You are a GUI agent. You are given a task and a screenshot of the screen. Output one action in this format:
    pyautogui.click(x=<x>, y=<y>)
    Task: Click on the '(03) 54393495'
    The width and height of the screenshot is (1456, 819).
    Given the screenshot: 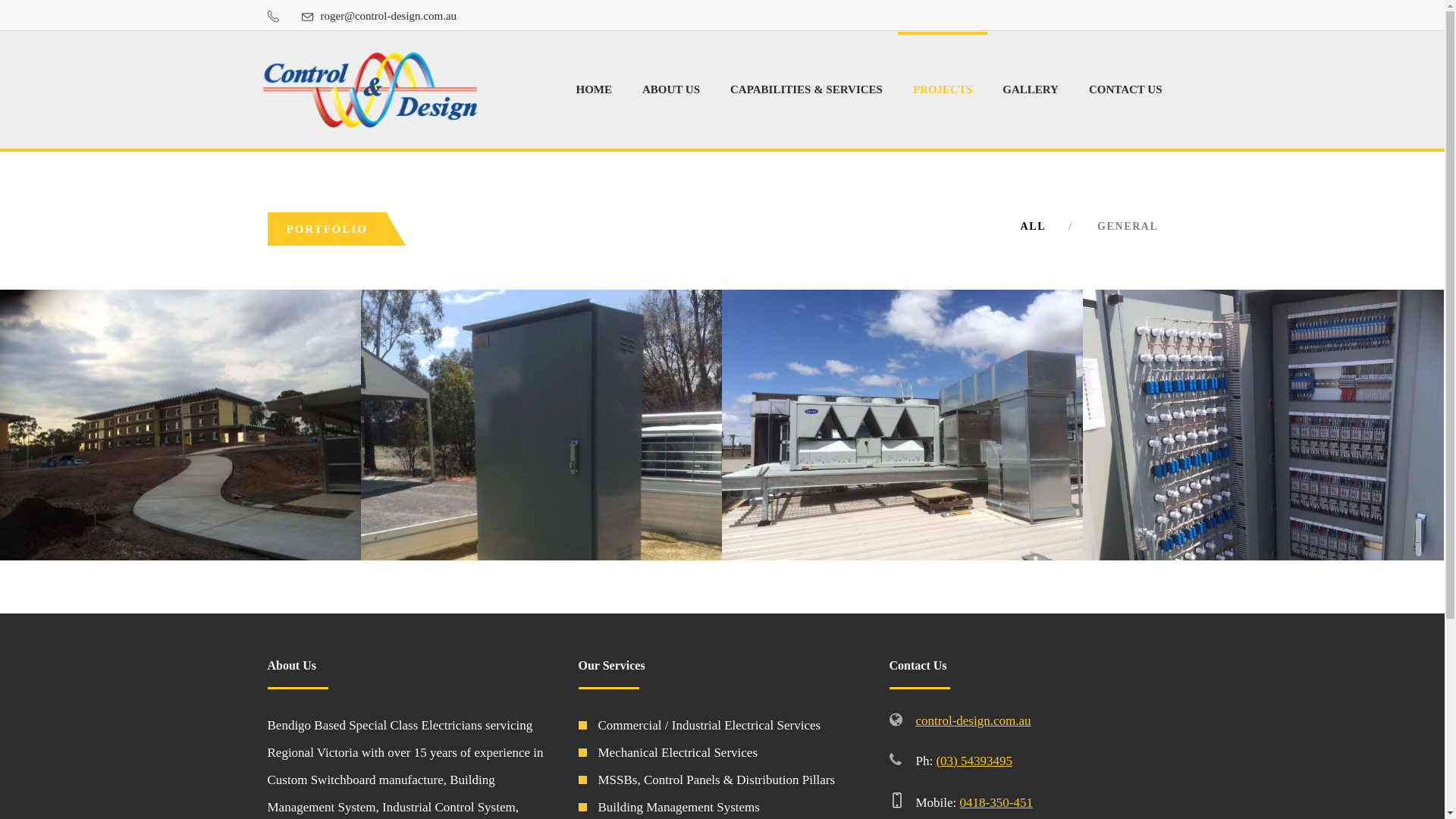 What is the action you would take?
    pyautogui.click(x=974, y=761)
    